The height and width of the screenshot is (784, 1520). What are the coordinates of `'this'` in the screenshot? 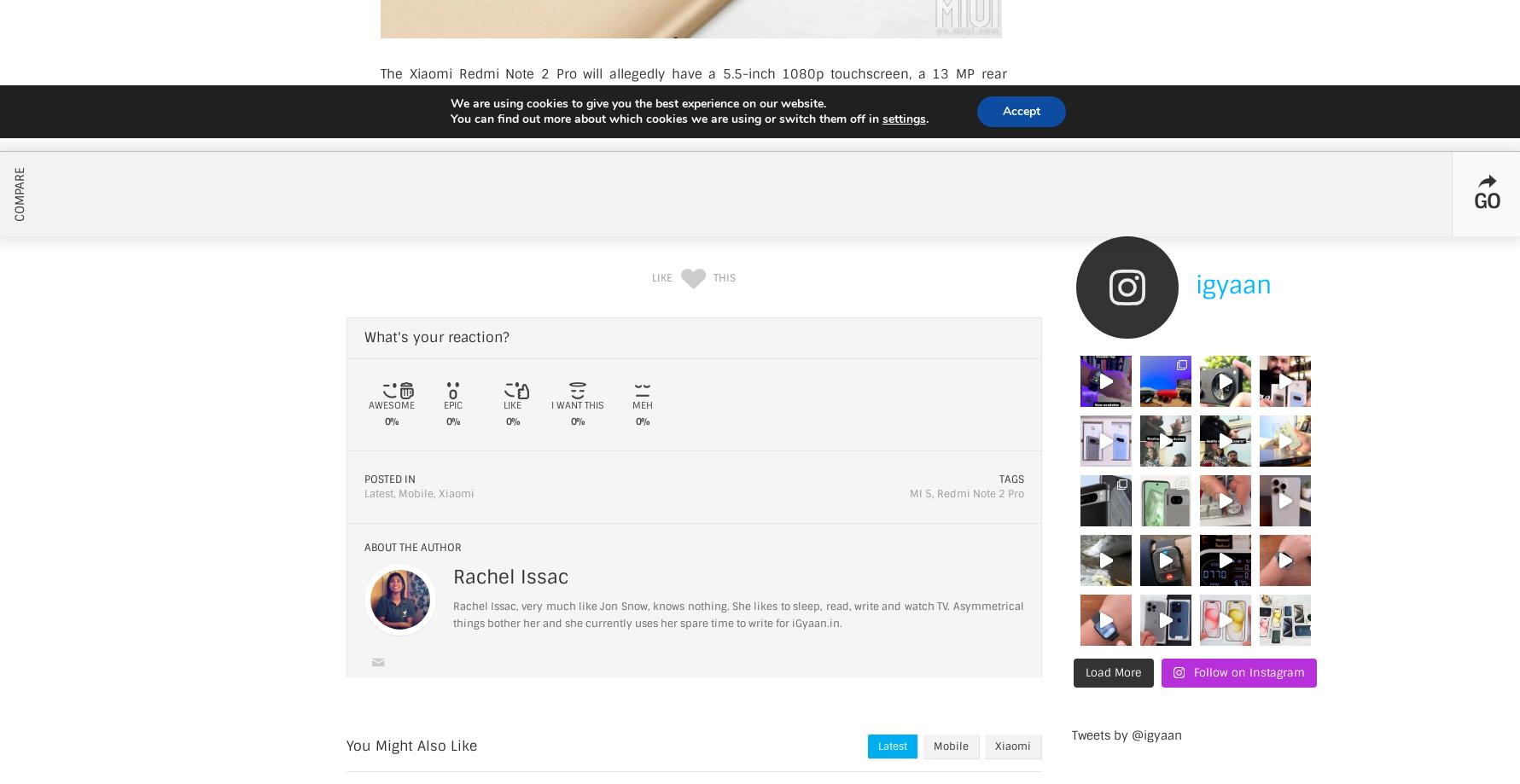 It's located at (723, 276).